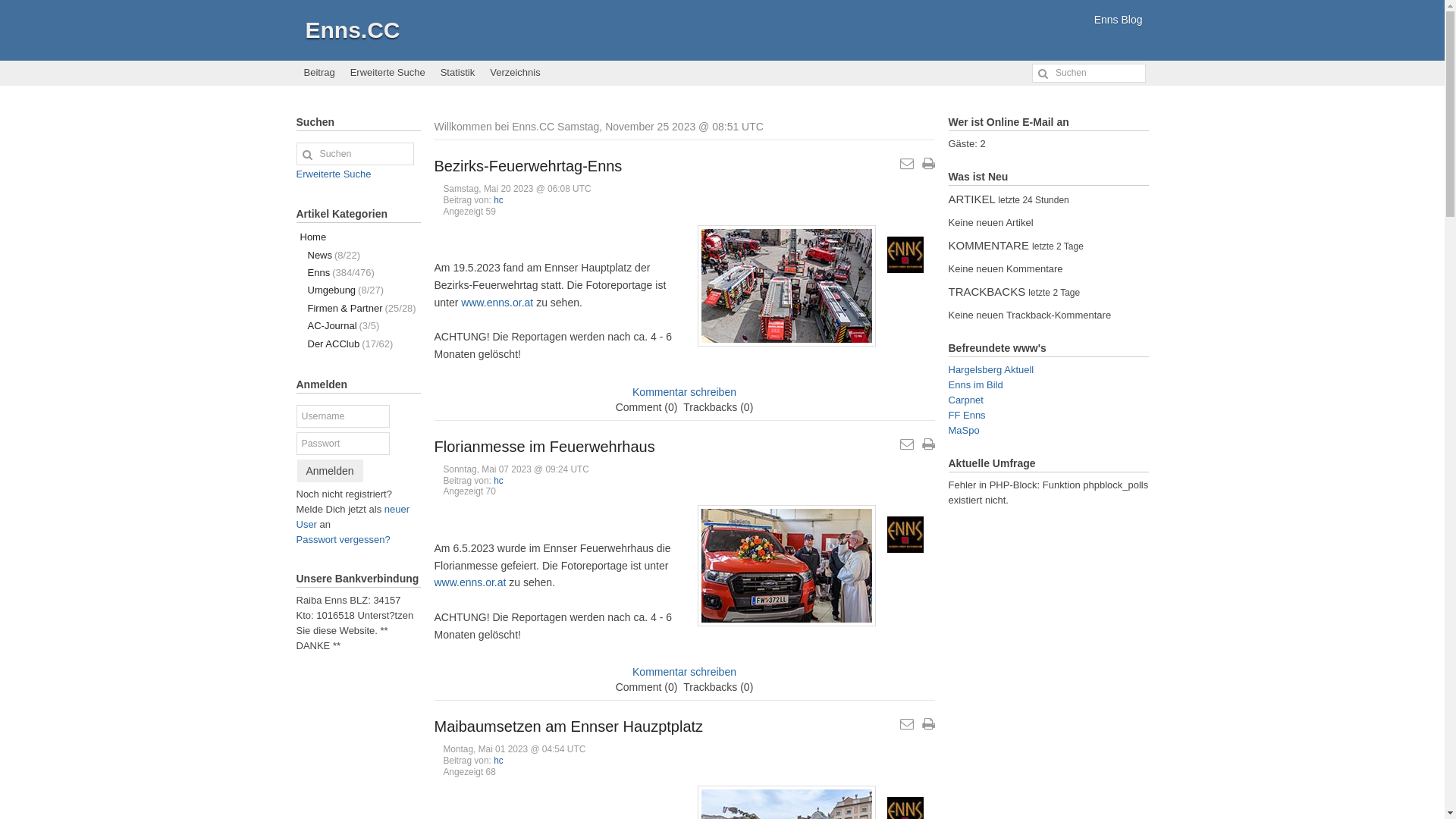 Image resolution: width=1456 pixels, height=819 pixels. I want to click on 'Umgebung(8/27)', so click(356, 290).